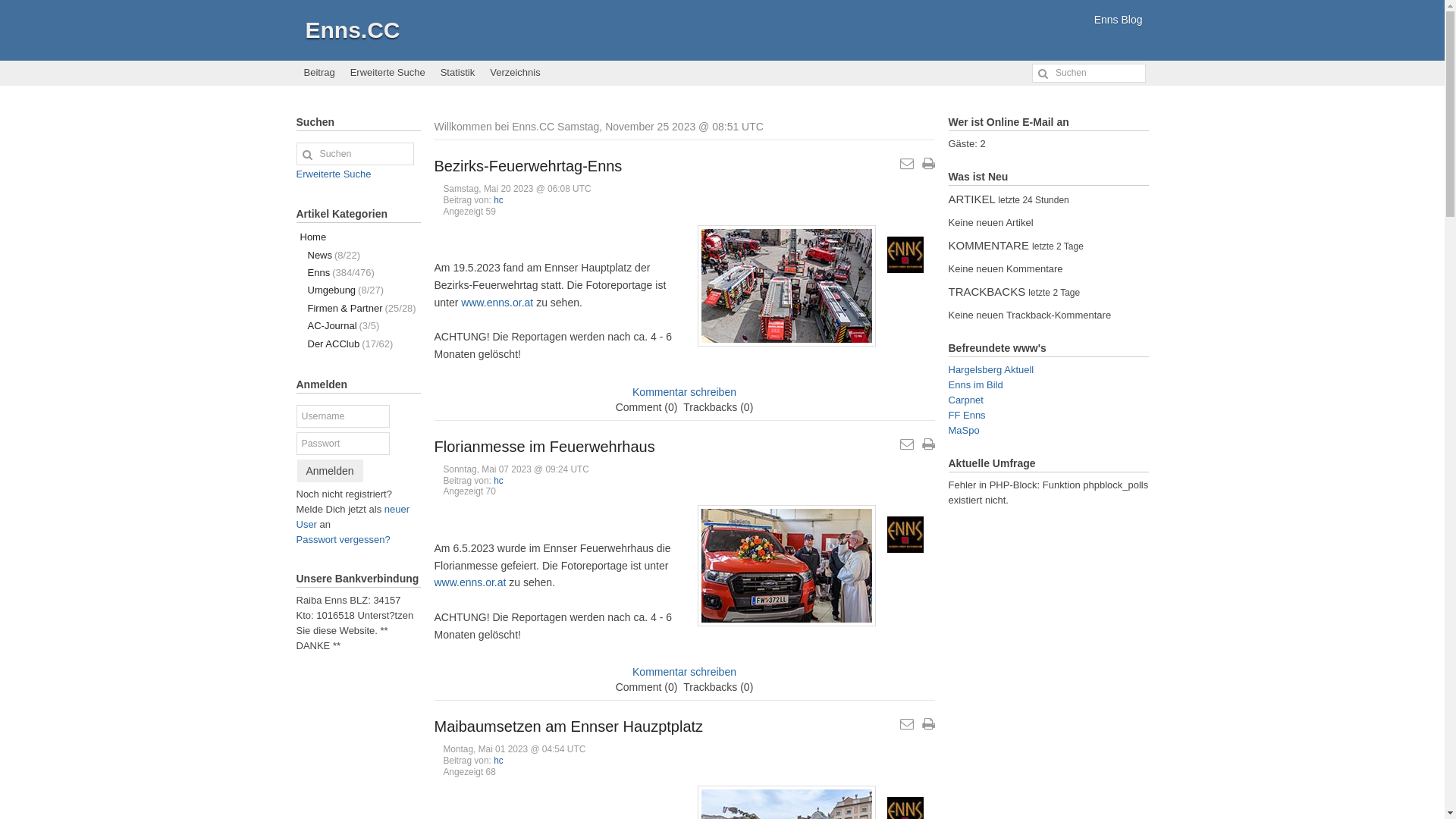 Image resolution: width=1456 pixels, height=819 pixels. I want to click on 'Umgebung(8/27)', so click(356, 290).